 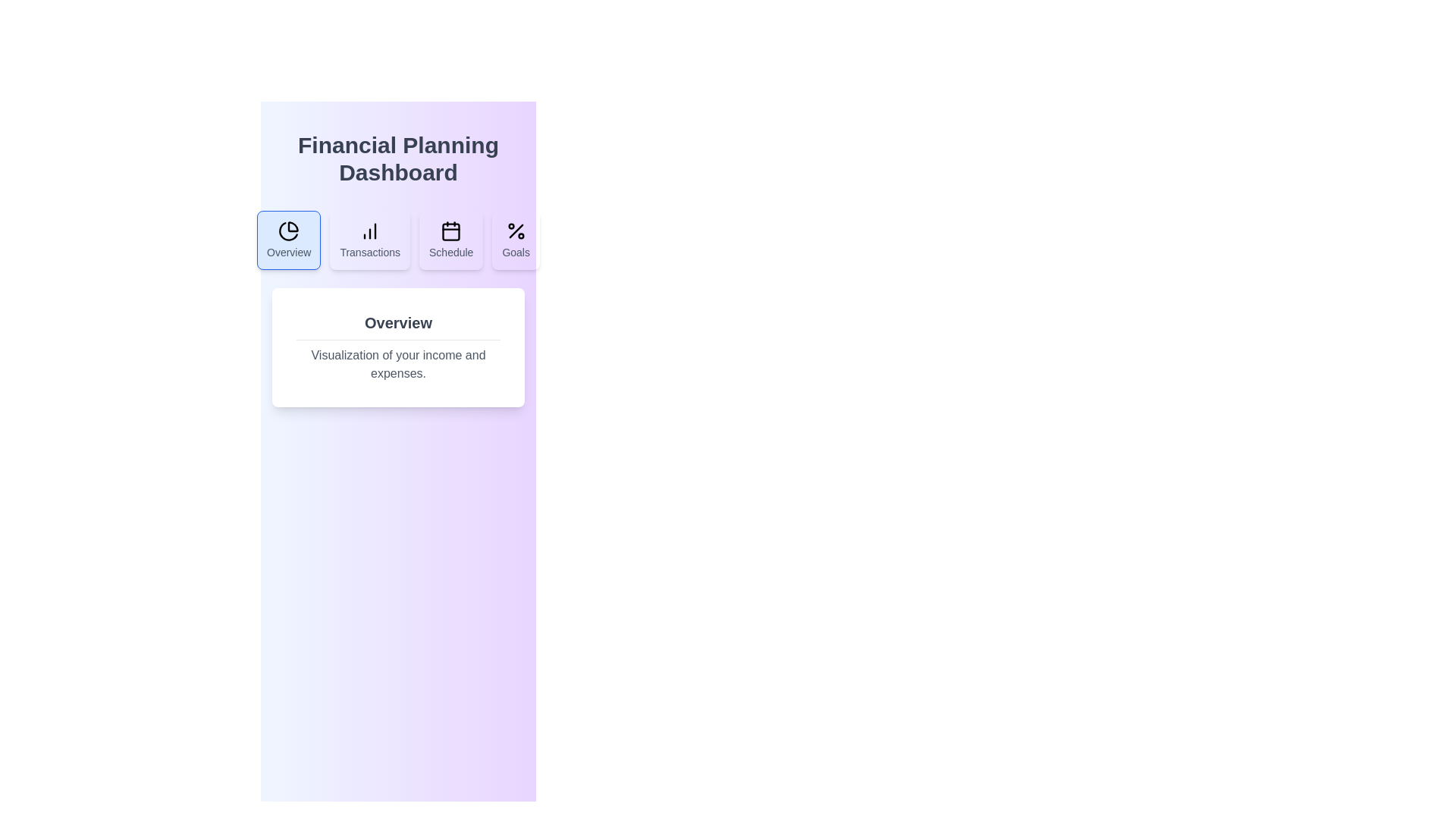 What do you see at coordinates (450, 239) in the screenshot?
I see `the third button in the horizontal row of four buttons on the dashboard` at bounding box center [450, 239].